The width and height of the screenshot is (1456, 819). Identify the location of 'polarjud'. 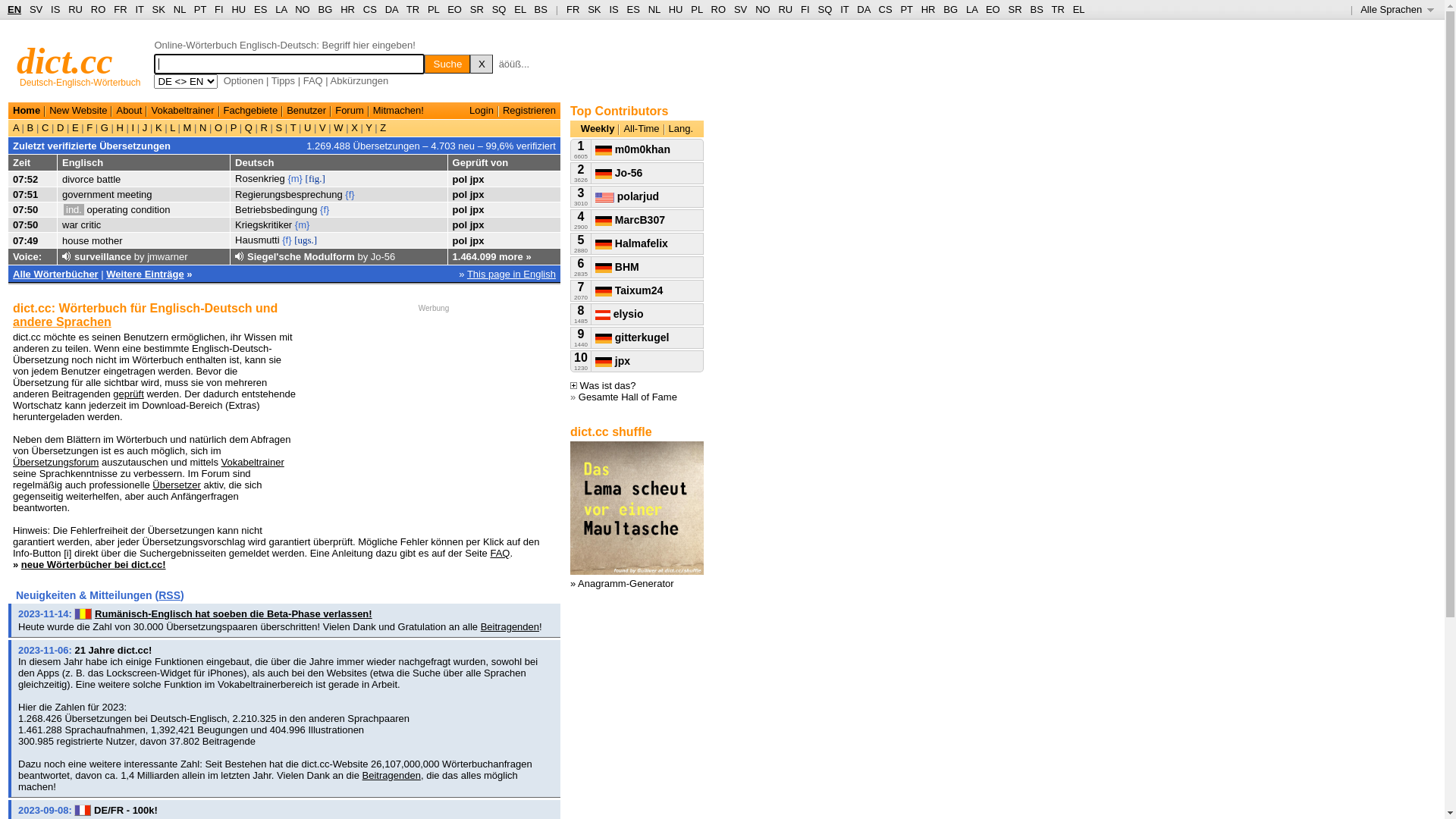
(626, 195).